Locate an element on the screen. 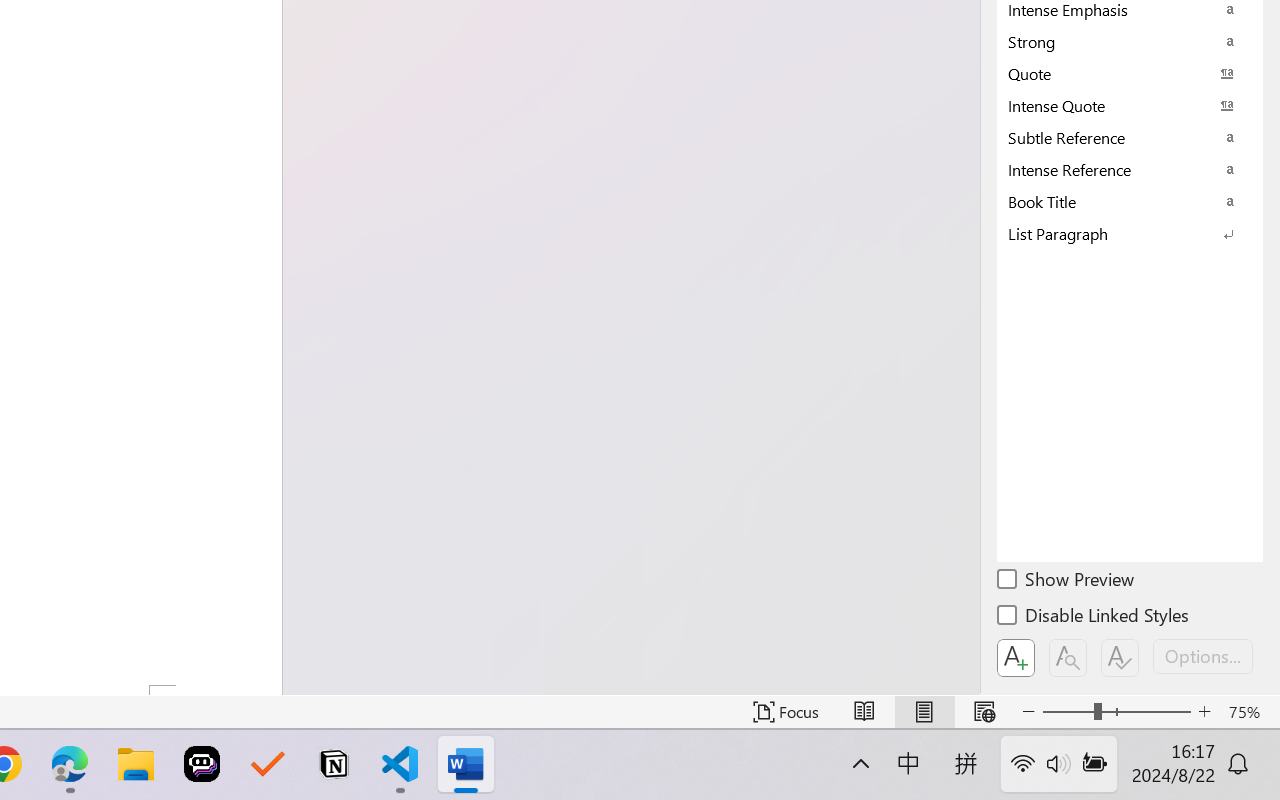 This screenshot has height=800, width=1280. 'List Paragraph' is located at coordinates (1130, 233).